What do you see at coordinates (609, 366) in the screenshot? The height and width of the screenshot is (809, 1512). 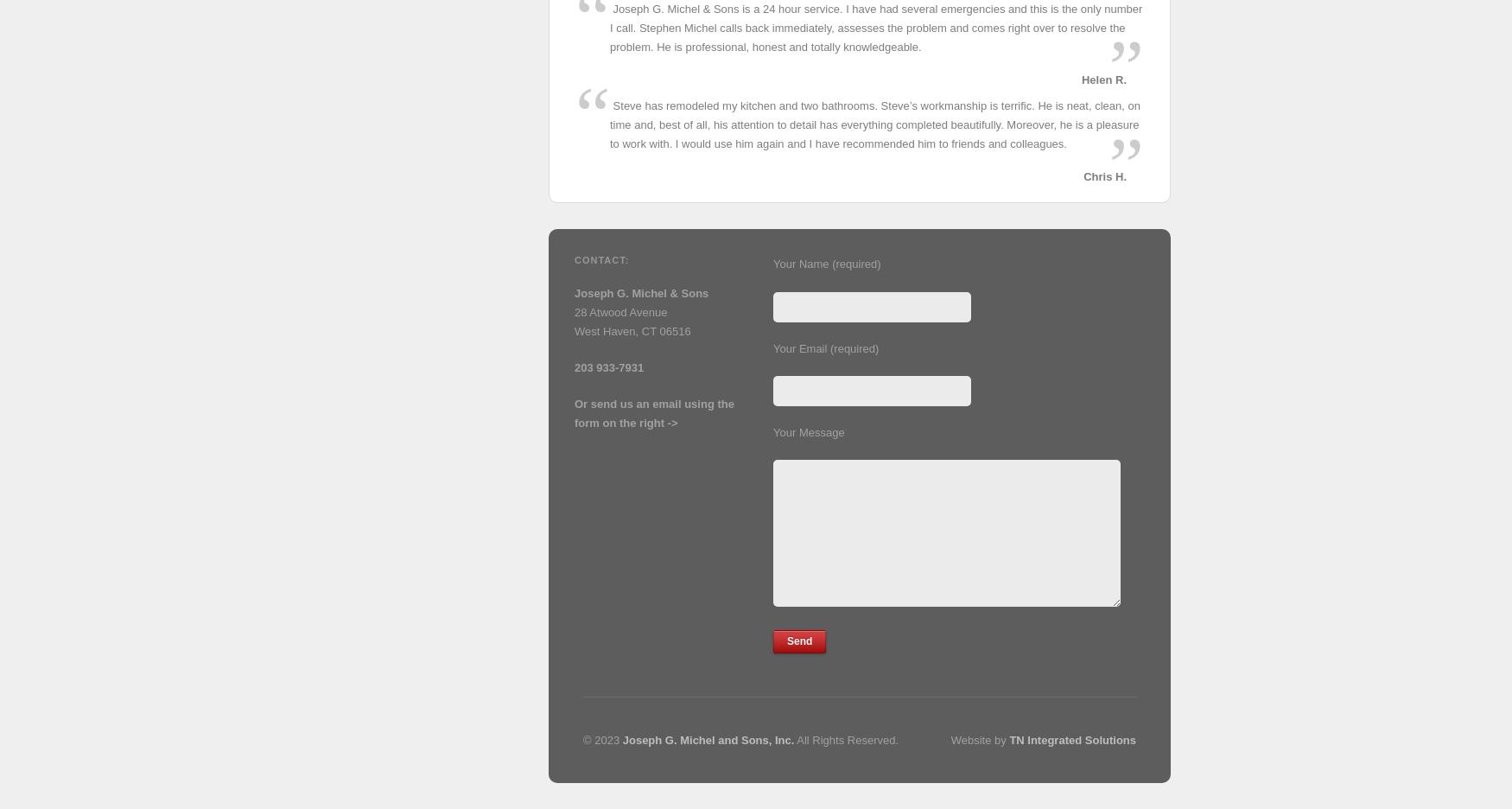 I see `'203 933-7931'` at bounding box center [609, 366].